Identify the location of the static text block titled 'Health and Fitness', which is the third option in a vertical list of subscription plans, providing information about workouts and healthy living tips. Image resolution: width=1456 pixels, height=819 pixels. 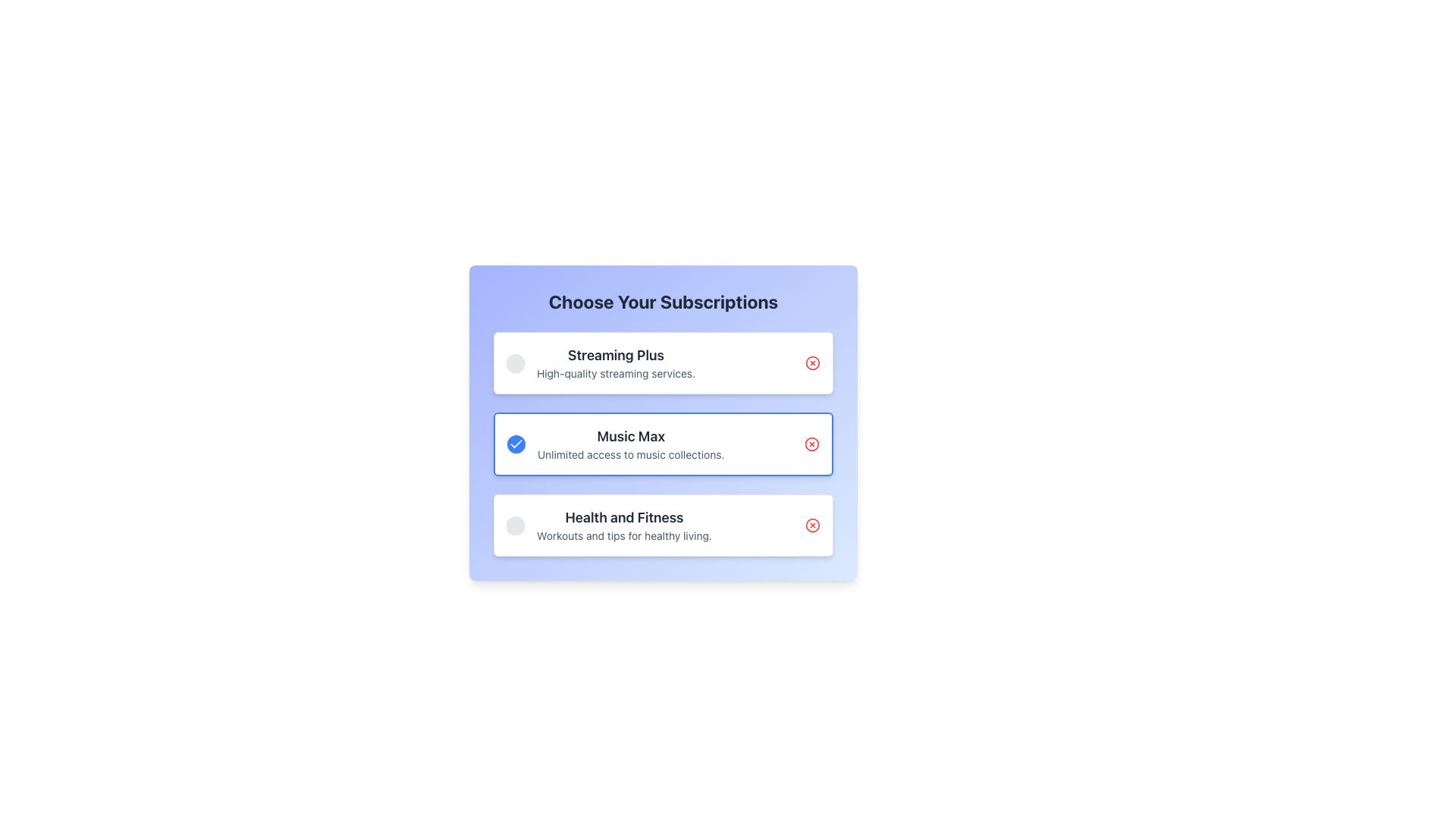
(624, 525).